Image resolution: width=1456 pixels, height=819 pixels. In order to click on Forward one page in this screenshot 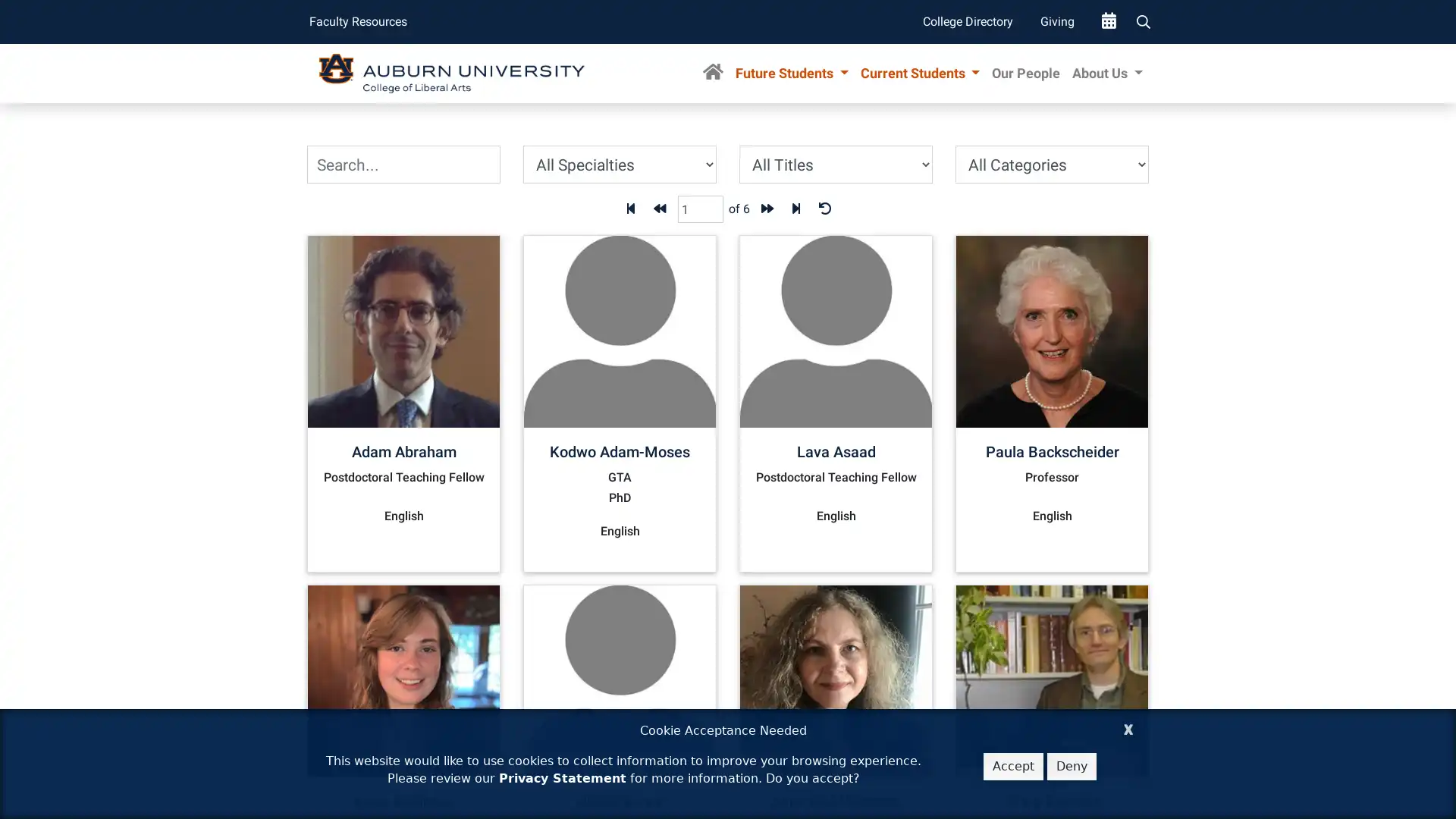, I will do `click(767, 209)`.